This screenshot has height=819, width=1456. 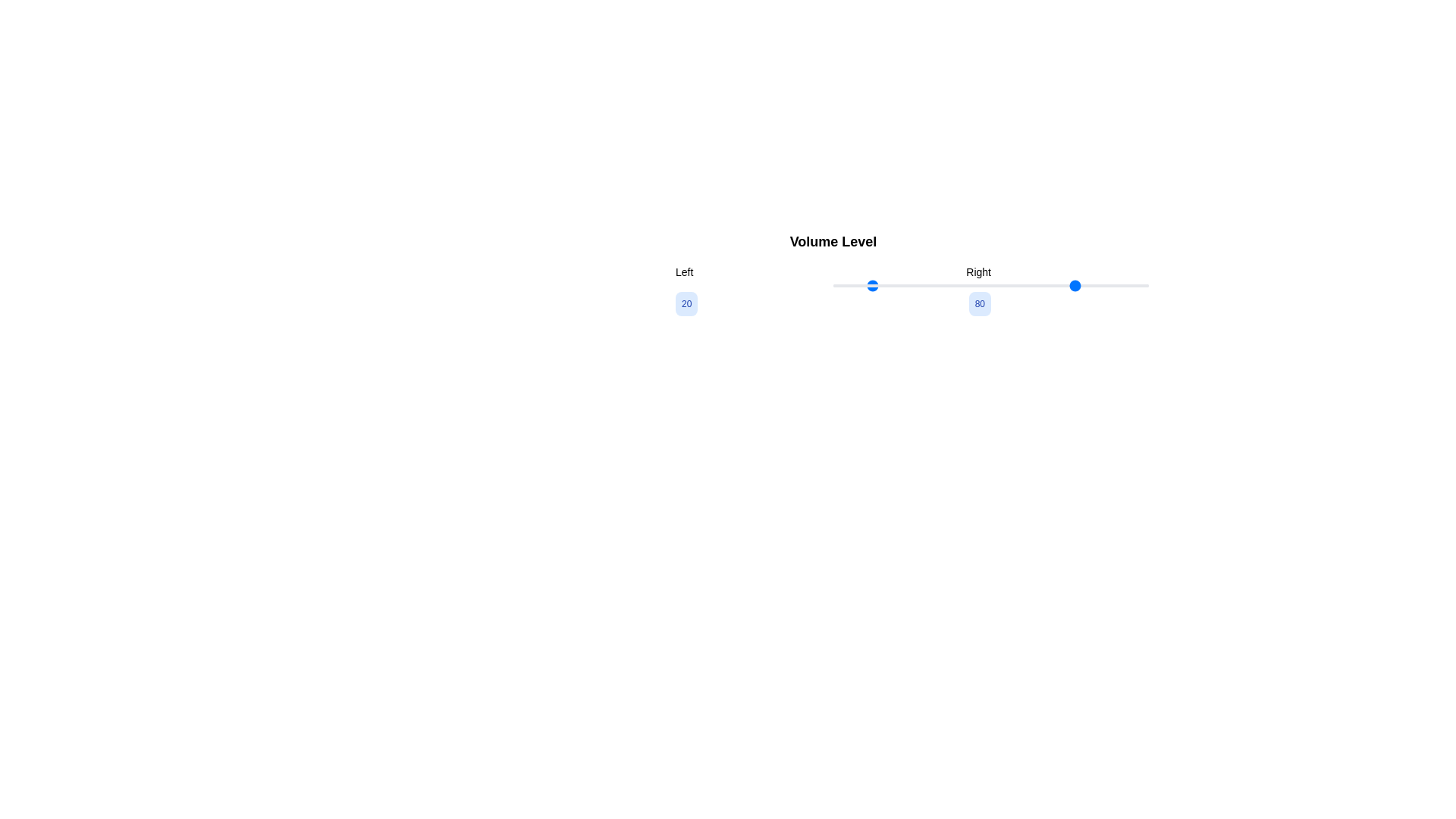 What do you see at coordinates (977, 286) in the screenshot?
I see `the slider value` at bounding box center [977, 286].